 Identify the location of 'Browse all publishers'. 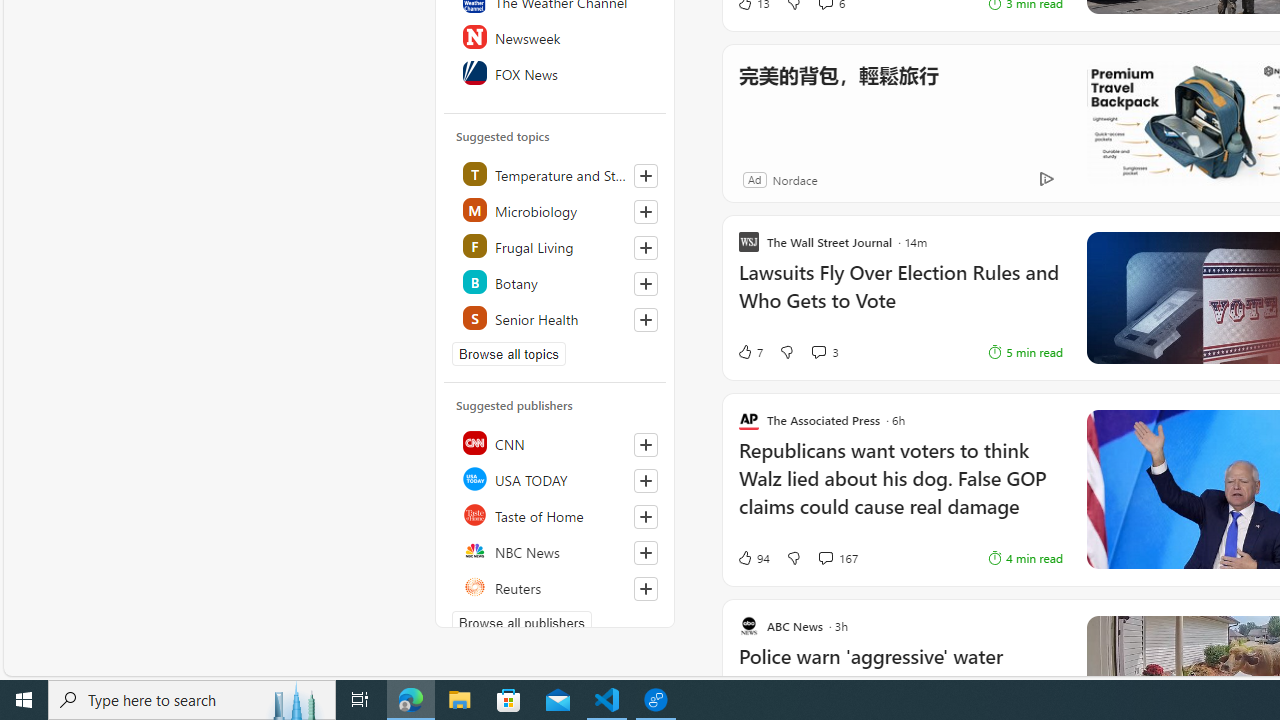
(521, 622).